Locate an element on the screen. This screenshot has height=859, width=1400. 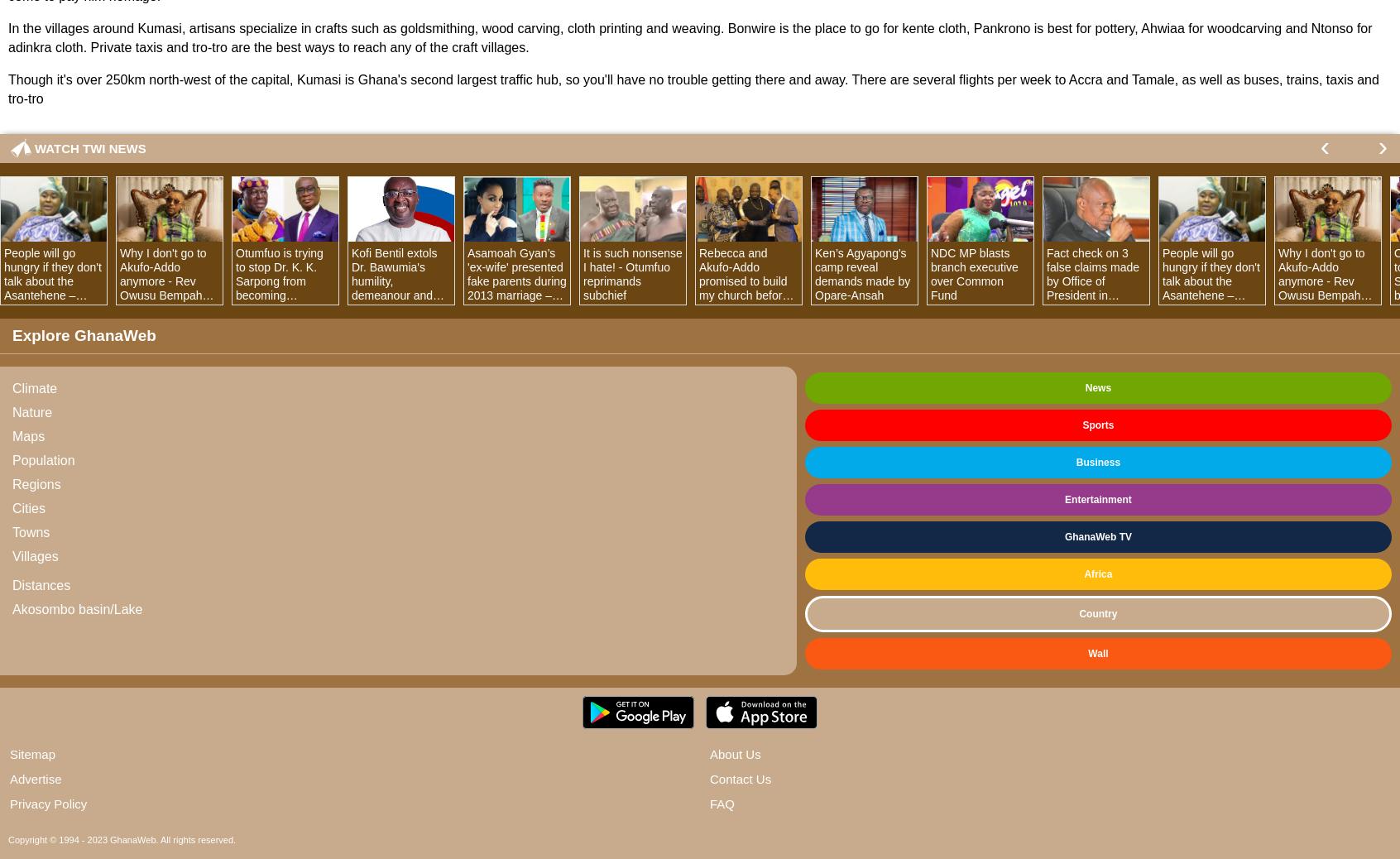
'Nature' is located at coordinates (31, 412).